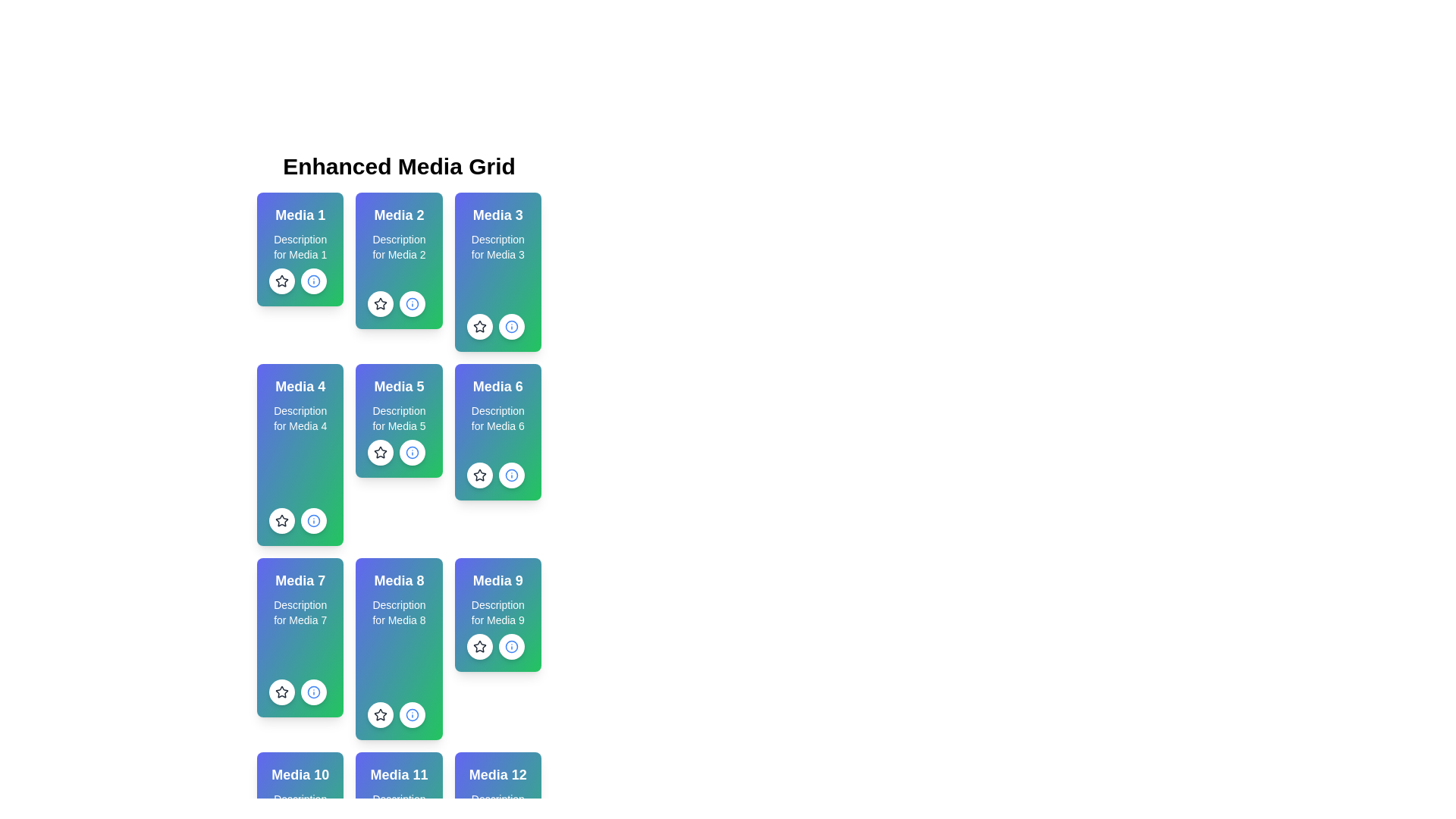  I want to click on the button located at the bottom-right corner of the card labeled 'Media 6', so click(511, 475).